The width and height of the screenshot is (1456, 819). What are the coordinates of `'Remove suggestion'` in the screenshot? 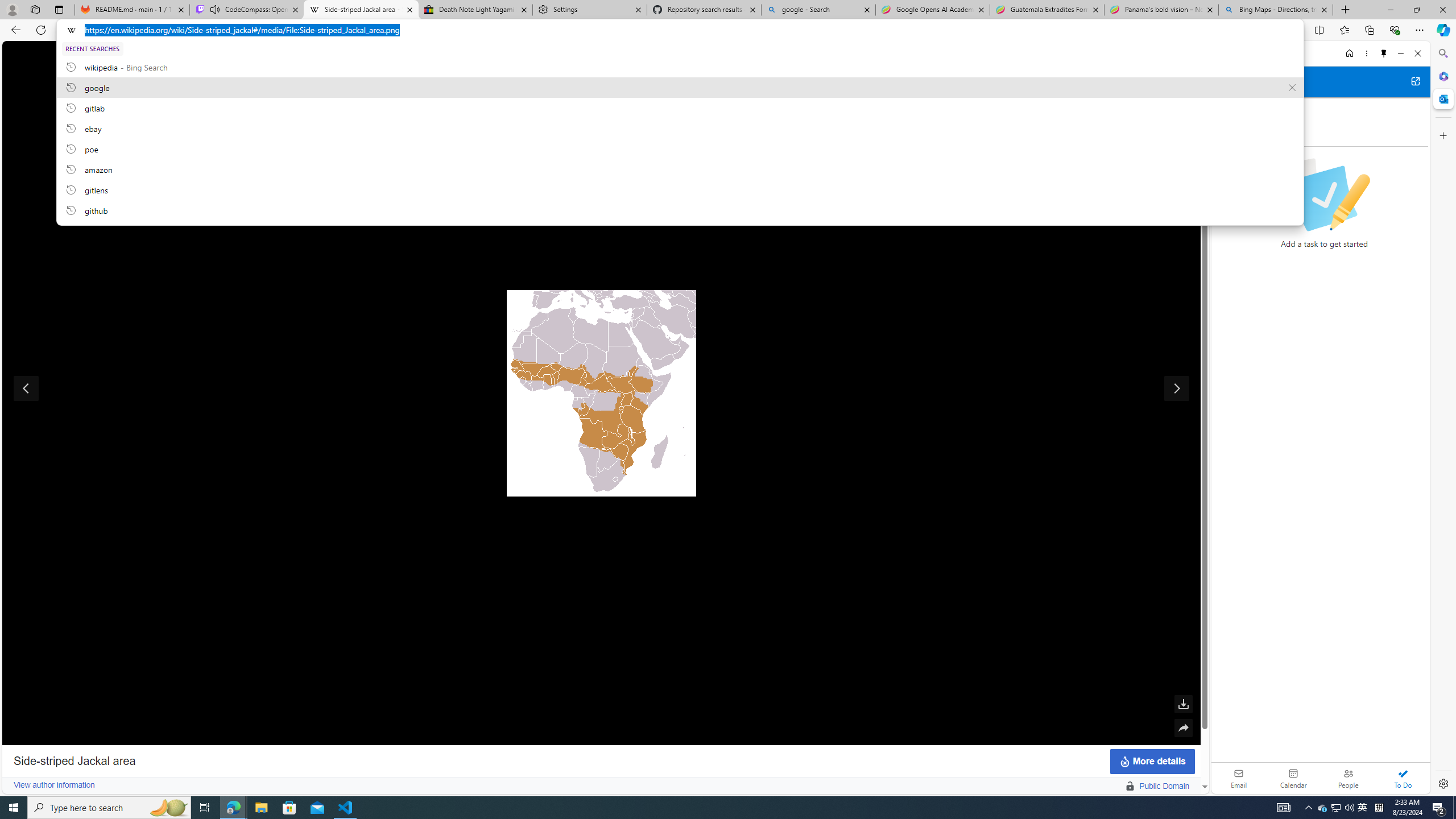 It's located at (1292, 87).